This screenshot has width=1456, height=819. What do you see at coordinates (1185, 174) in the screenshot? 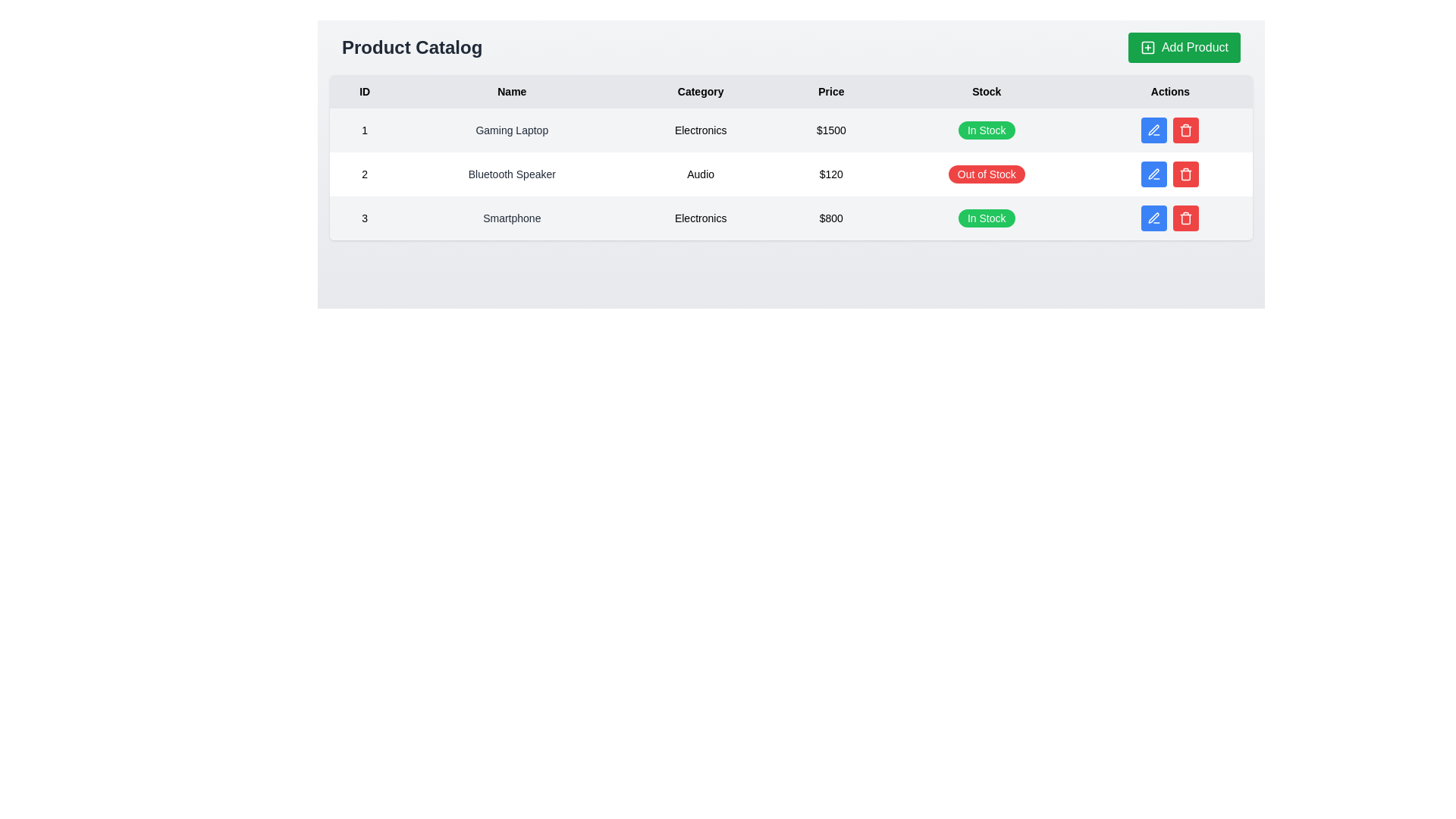
I see `the delete button in the 'Actions' column of the table for the 'Bluetooth Speaker' product` at bounding box center [1185, 174].